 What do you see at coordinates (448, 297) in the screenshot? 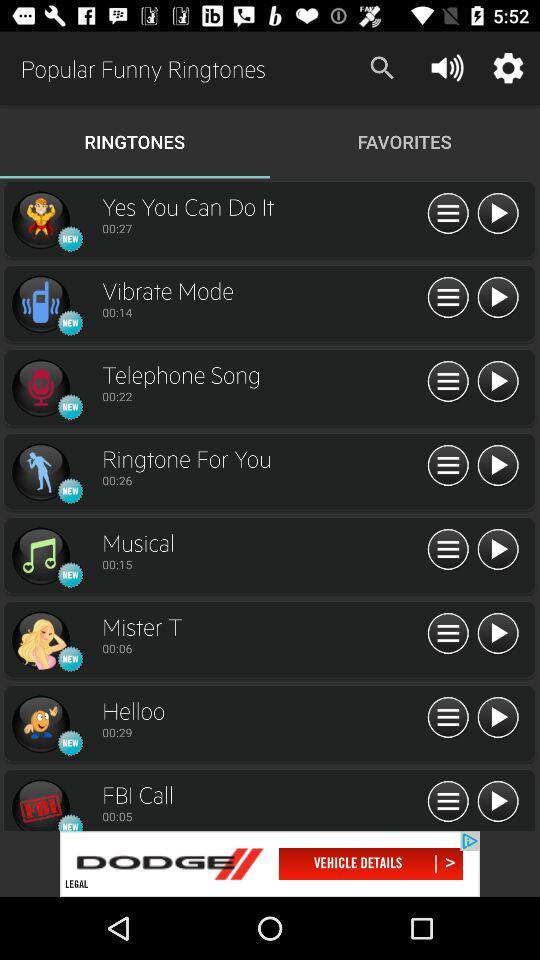
I see `options of ringtone` at bounding box center [448, 297].